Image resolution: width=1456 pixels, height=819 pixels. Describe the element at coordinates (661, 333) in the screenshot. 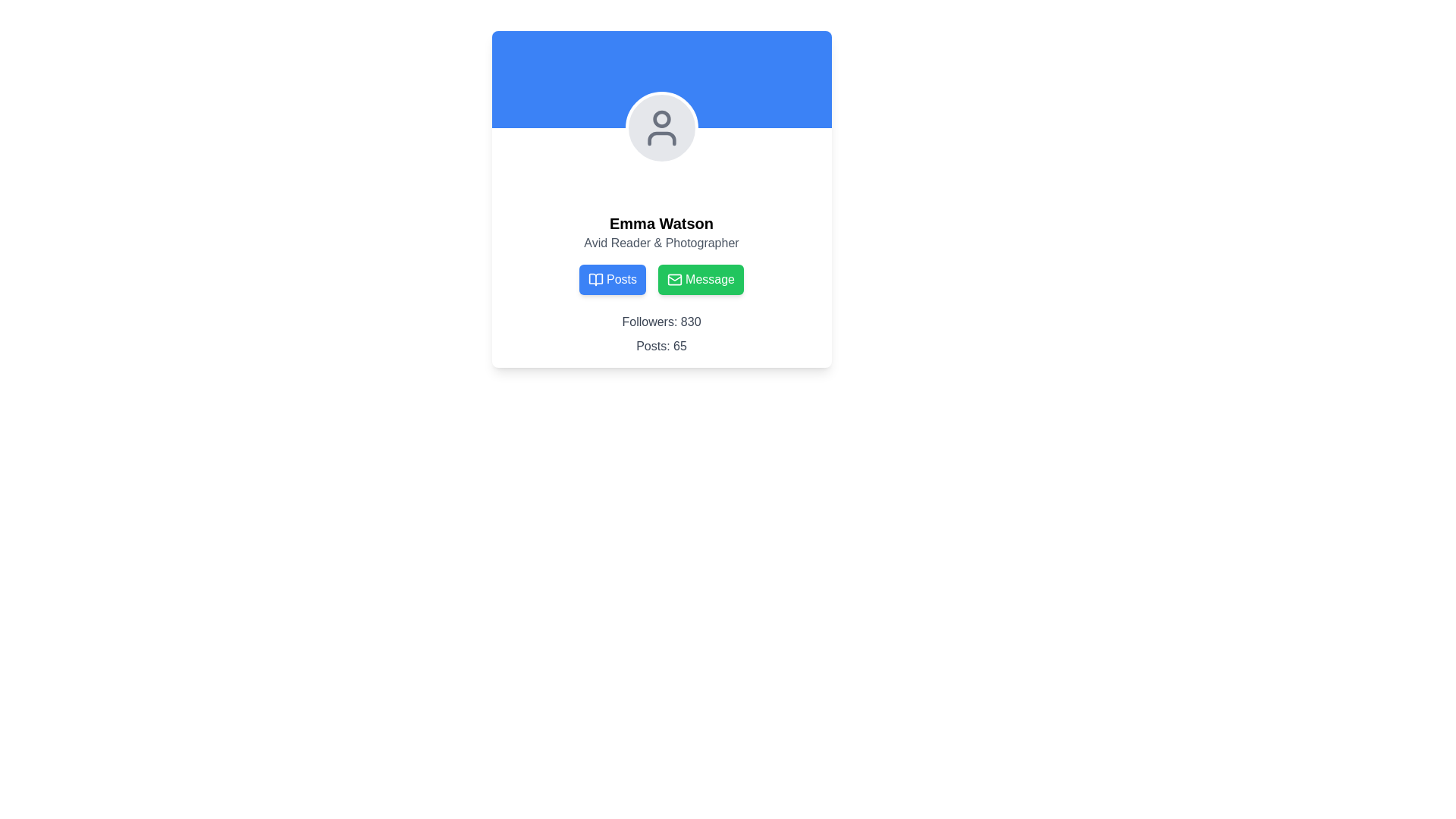

I see `the text display showing user statistics for the profile of 'Emma Watson', located beneath the name and buttons` at that location.